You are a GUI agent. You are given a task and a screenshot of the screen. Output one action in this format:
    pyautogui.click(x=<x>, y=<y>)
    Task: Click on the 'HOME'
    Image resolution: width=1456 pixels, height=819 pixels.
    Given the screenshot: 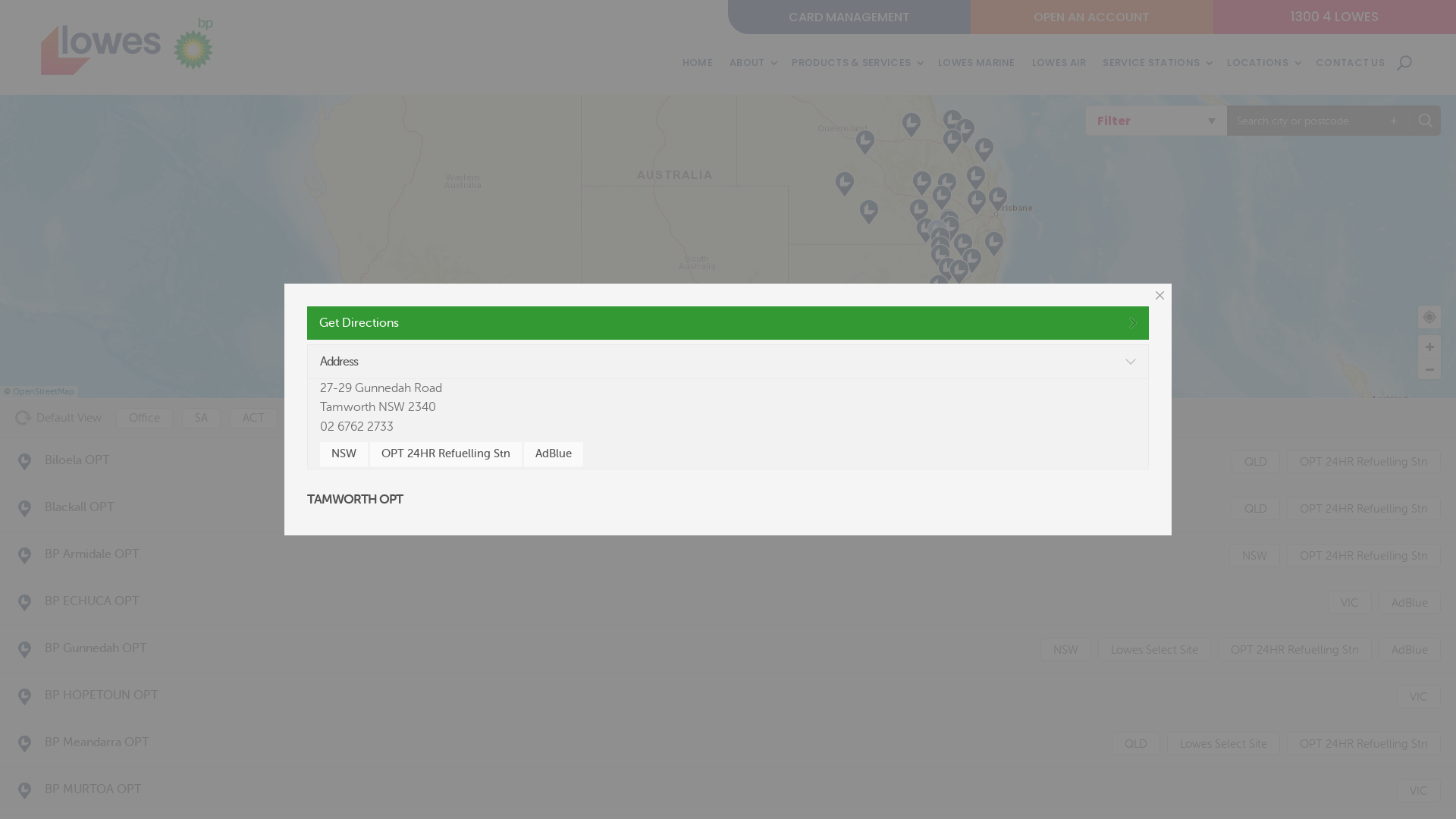 What is the action you would take?
    pyautogui.click(x=697, y=62)
    